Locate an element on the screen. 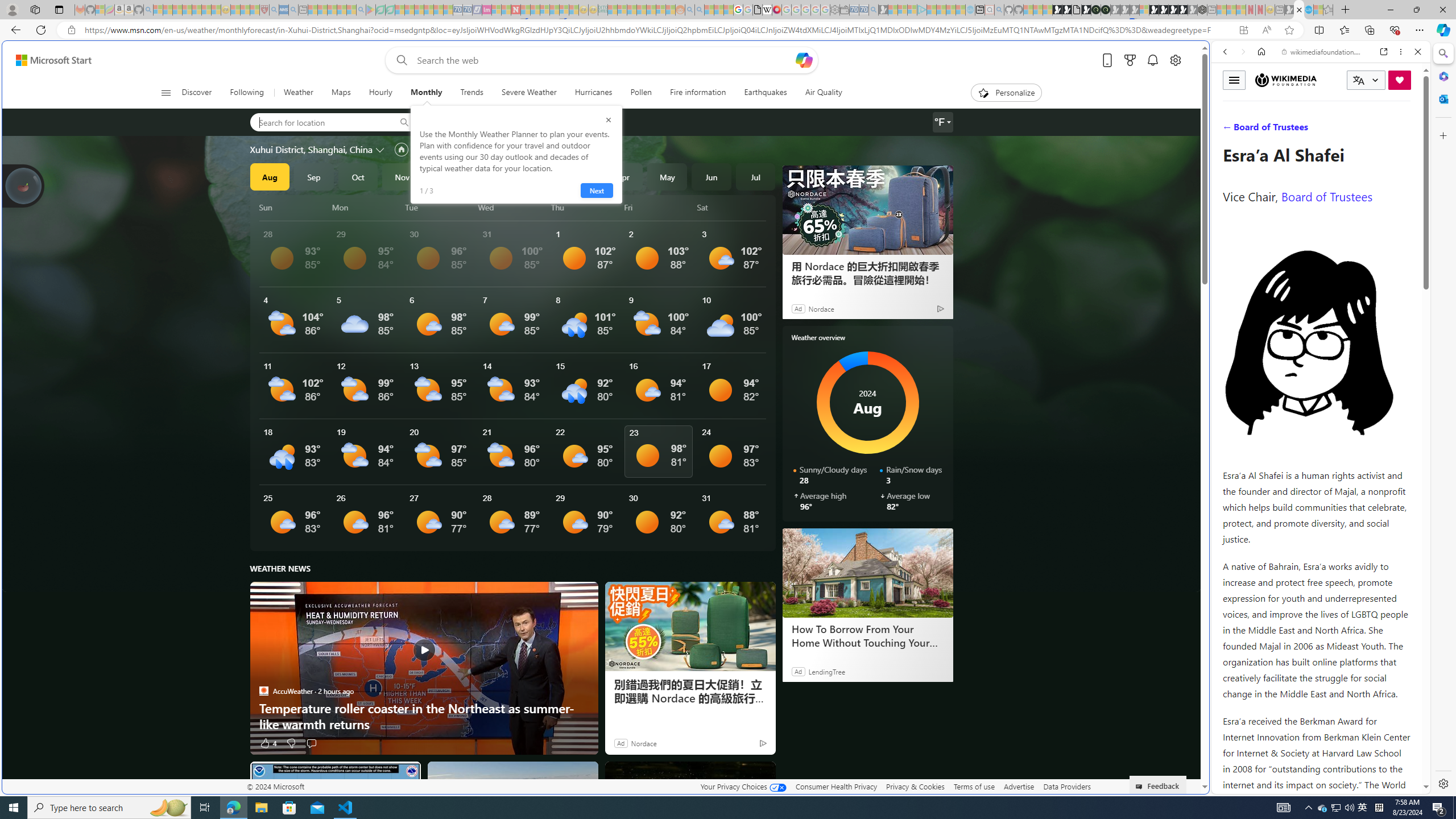 The height and width of the screenshot is (819, 1456). 'Weather' is located at coordinates (297, 92).